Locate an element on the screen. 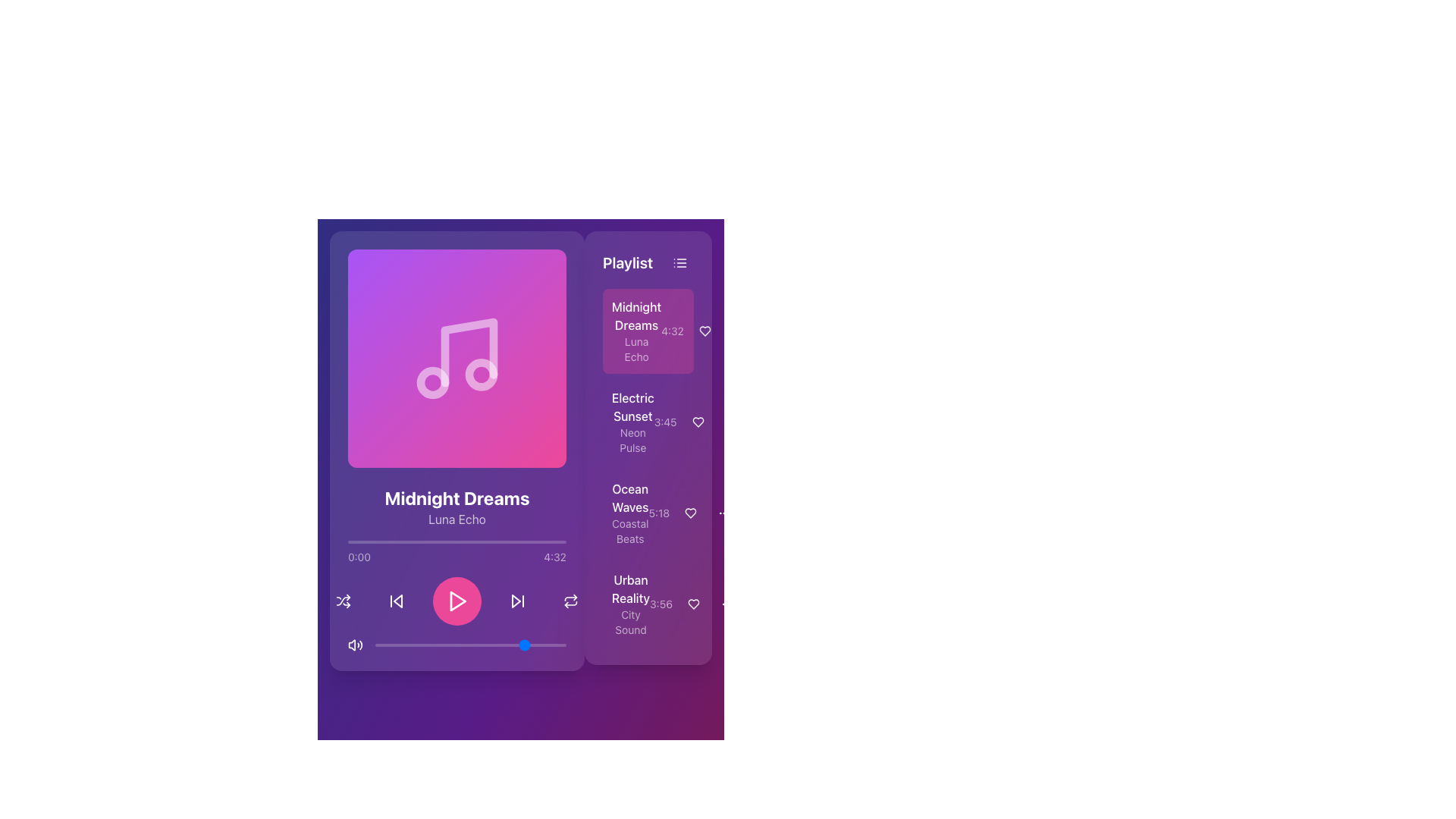  the circular button with three vertical dots in the 'Playlist' panel is located at coordinates (731, 422).